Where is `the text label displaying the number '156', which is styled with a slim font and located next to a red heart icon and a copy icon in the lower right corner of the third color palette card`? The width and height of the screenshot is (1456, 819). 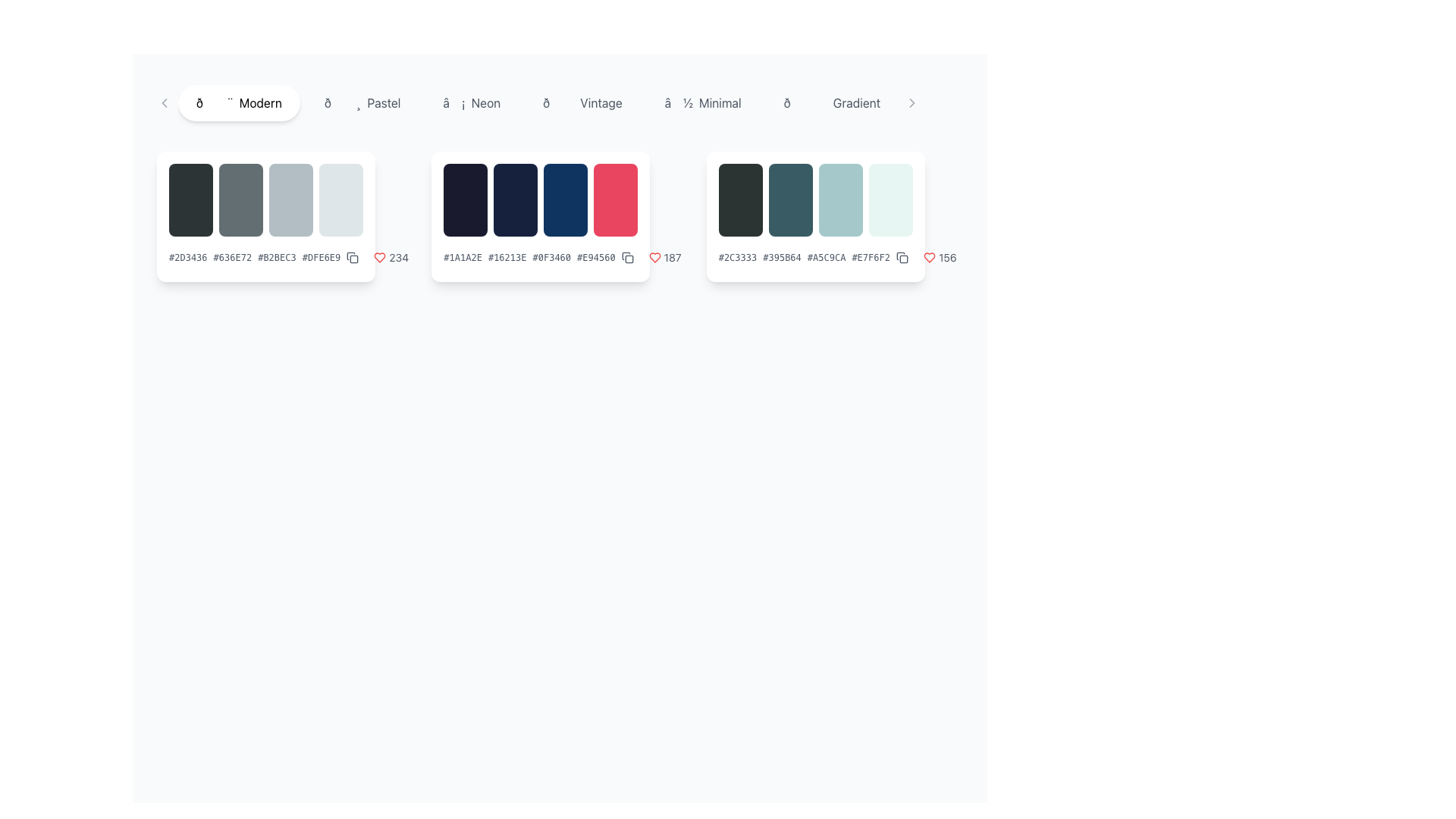 the text label displaying the number '156', which is styled with a slim font and located next to a red heart icon and a copy icon in the lower right corner of the third color palette card is located at coordinates (922, 256).